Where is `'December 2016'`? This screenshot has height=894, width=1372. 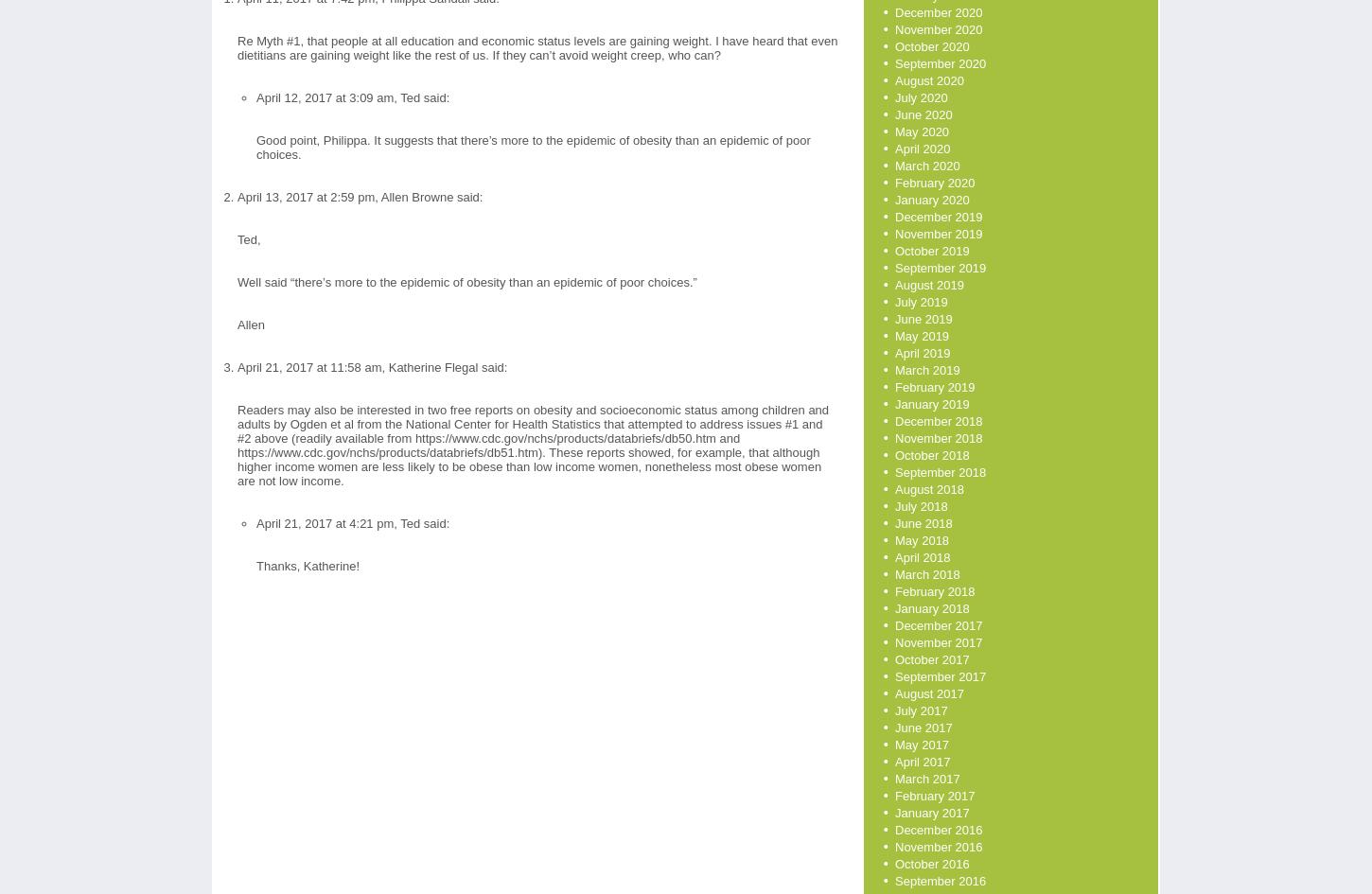 'December 2016' is located at coordinates (893, 830).